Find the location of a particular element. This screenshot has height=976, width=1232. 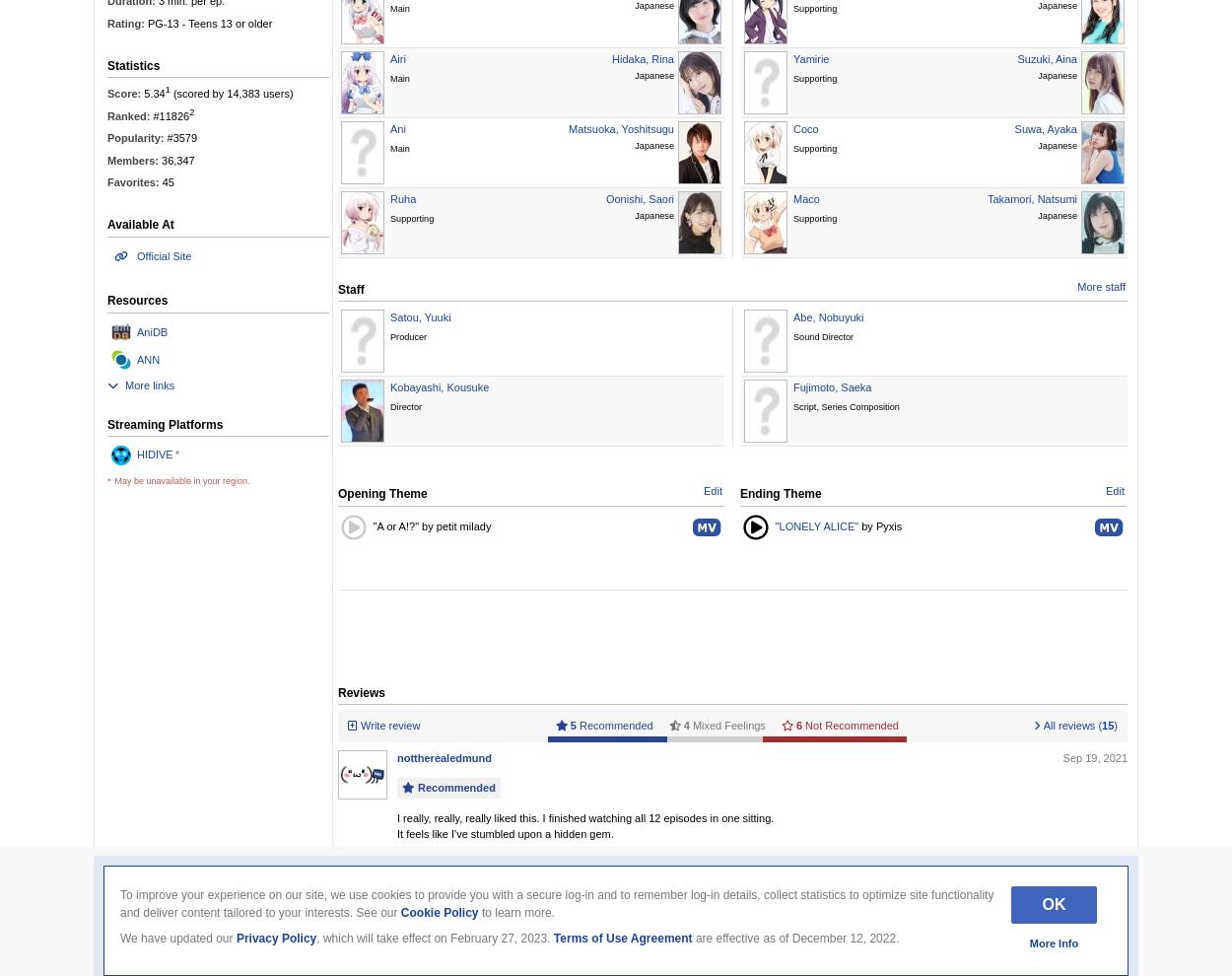

'Write review' is located at coordinates (388, 724).